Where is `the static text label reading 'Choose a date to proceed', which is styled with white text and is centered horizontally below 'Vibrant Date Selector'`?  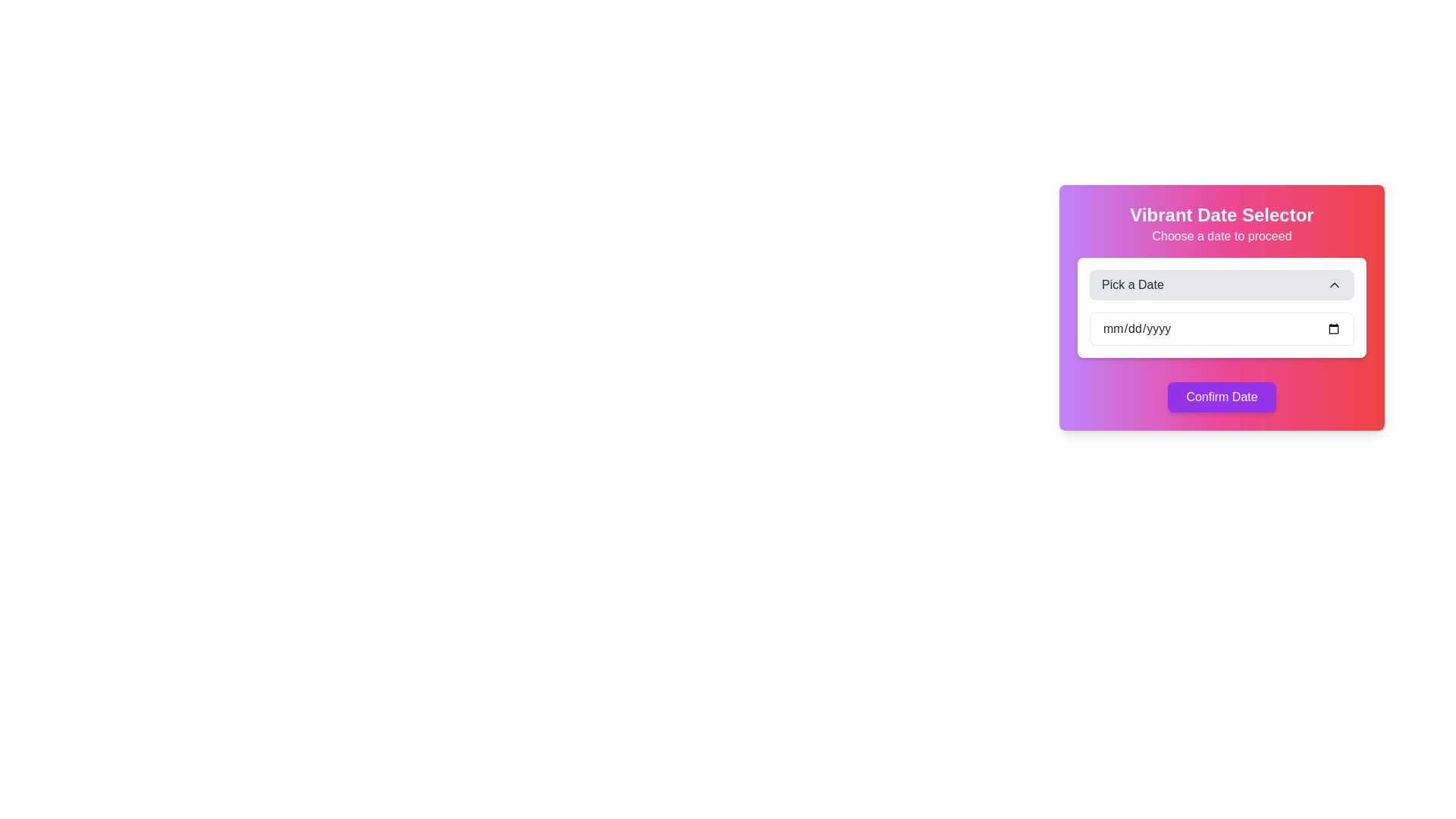
the static text label reading 'Choose a date to proceed', which is styled with white text and is centered horizontally below 'Vibrant Date Selector' is located at coordinates (1222, 237).